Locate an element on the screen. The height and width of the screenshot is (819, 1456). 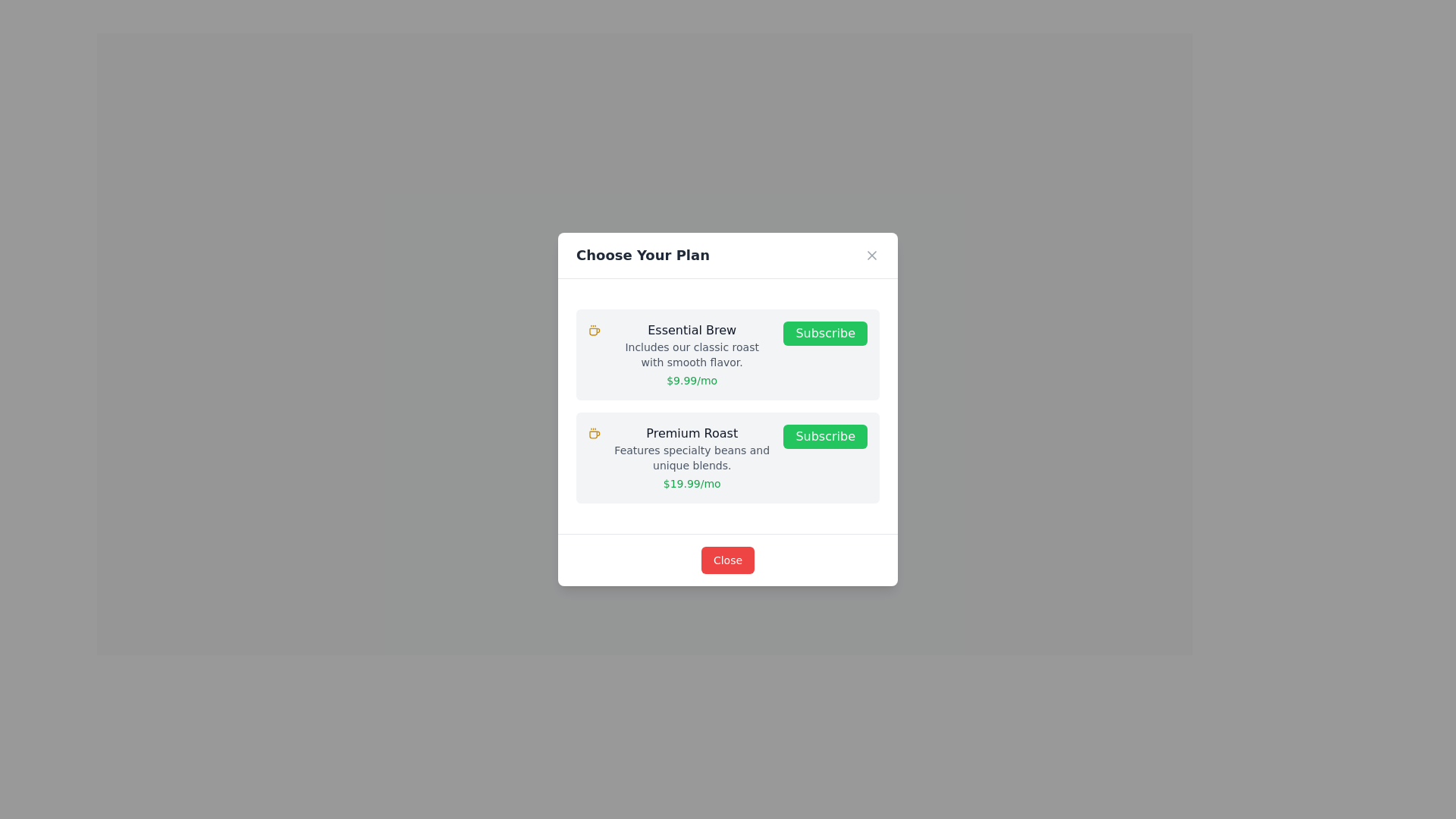
the 'Premium Roast' subscription button located in the second option group of the 'Choose Your Plan' dialog box is located at coordinates (824, 436).